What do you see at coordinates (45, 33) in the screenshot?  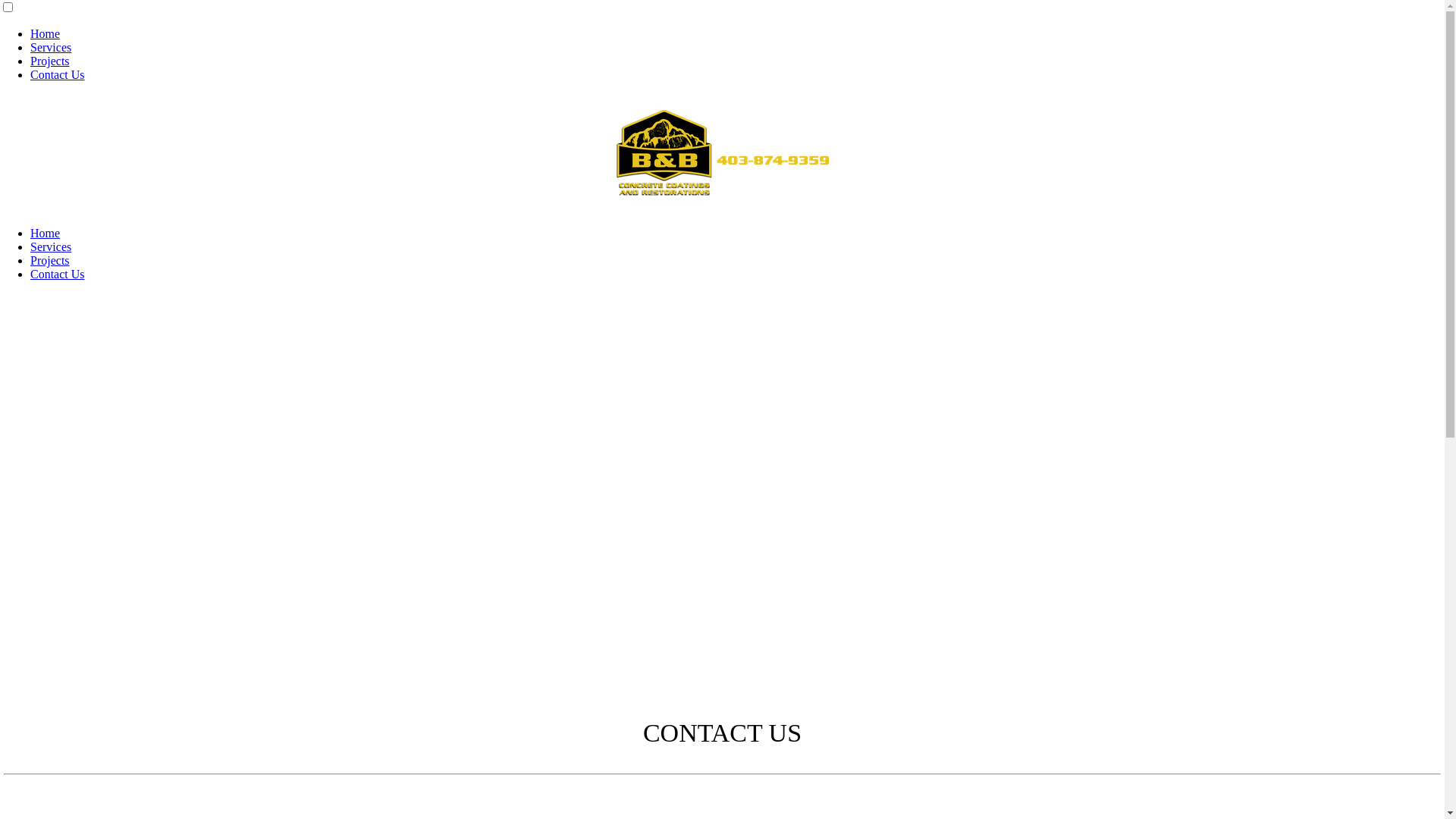 I see `'Home'` at bounding box center [45, 33].